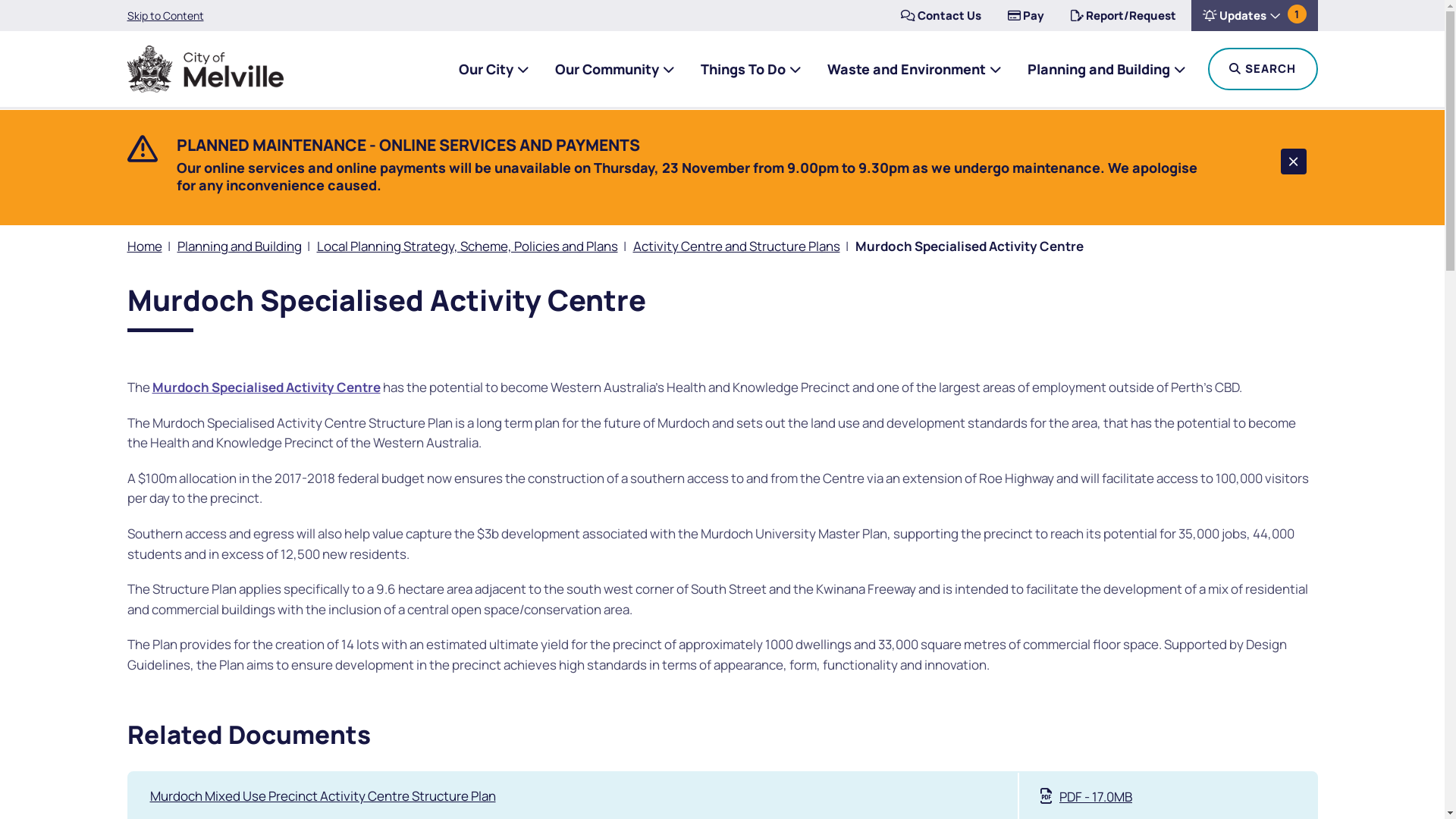 This screenshot has height=819, width=1456. What do you see at coordinates (322, 795) in the screenshot?
I see `'Murdoch Mixed Use Precinct Activity Centre Structure Plan'` at bounding box center [322, 795].